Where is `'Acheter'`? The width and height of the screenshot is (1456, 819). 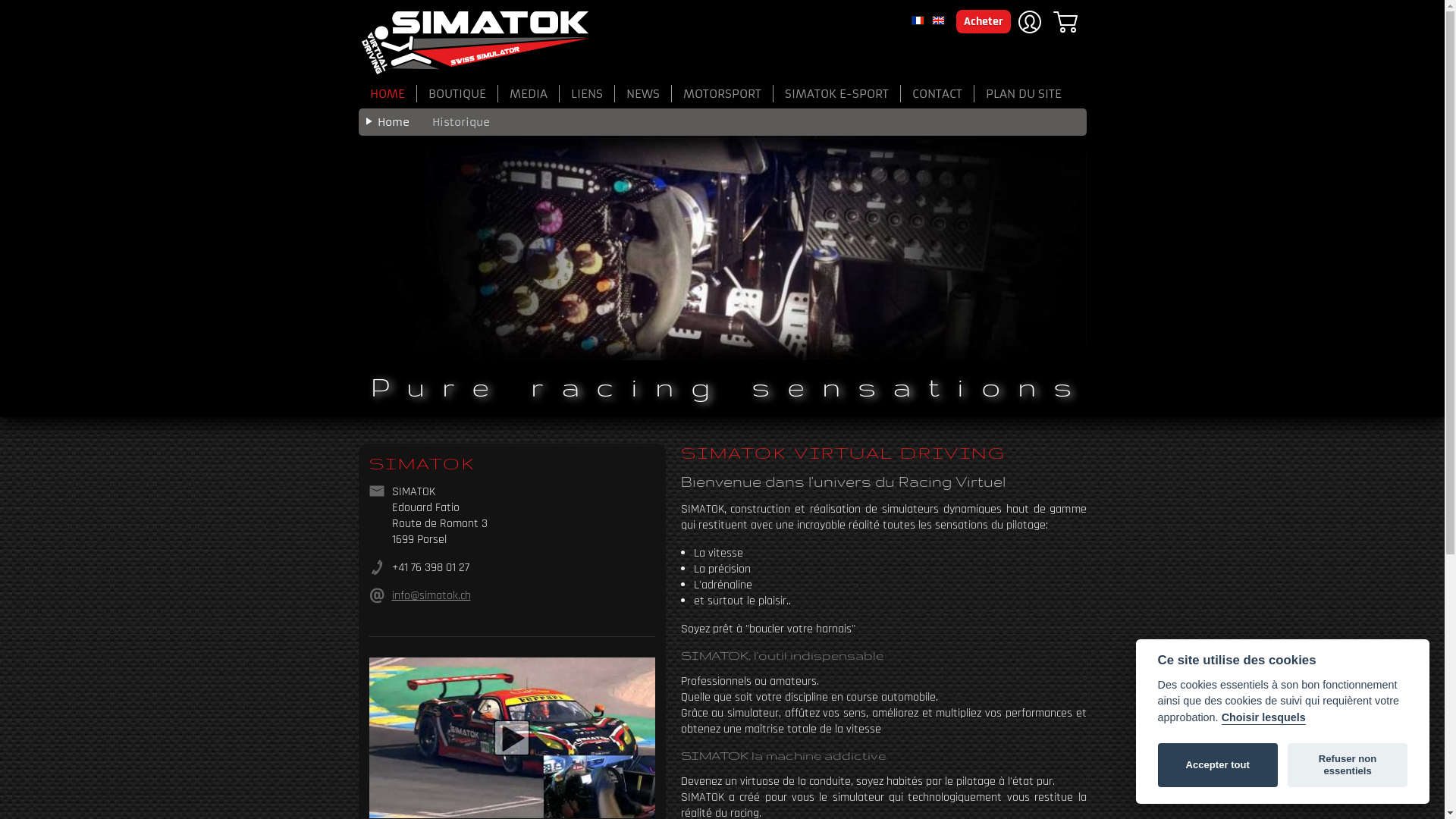
'Acheter' is located at coordinates (983, 21).